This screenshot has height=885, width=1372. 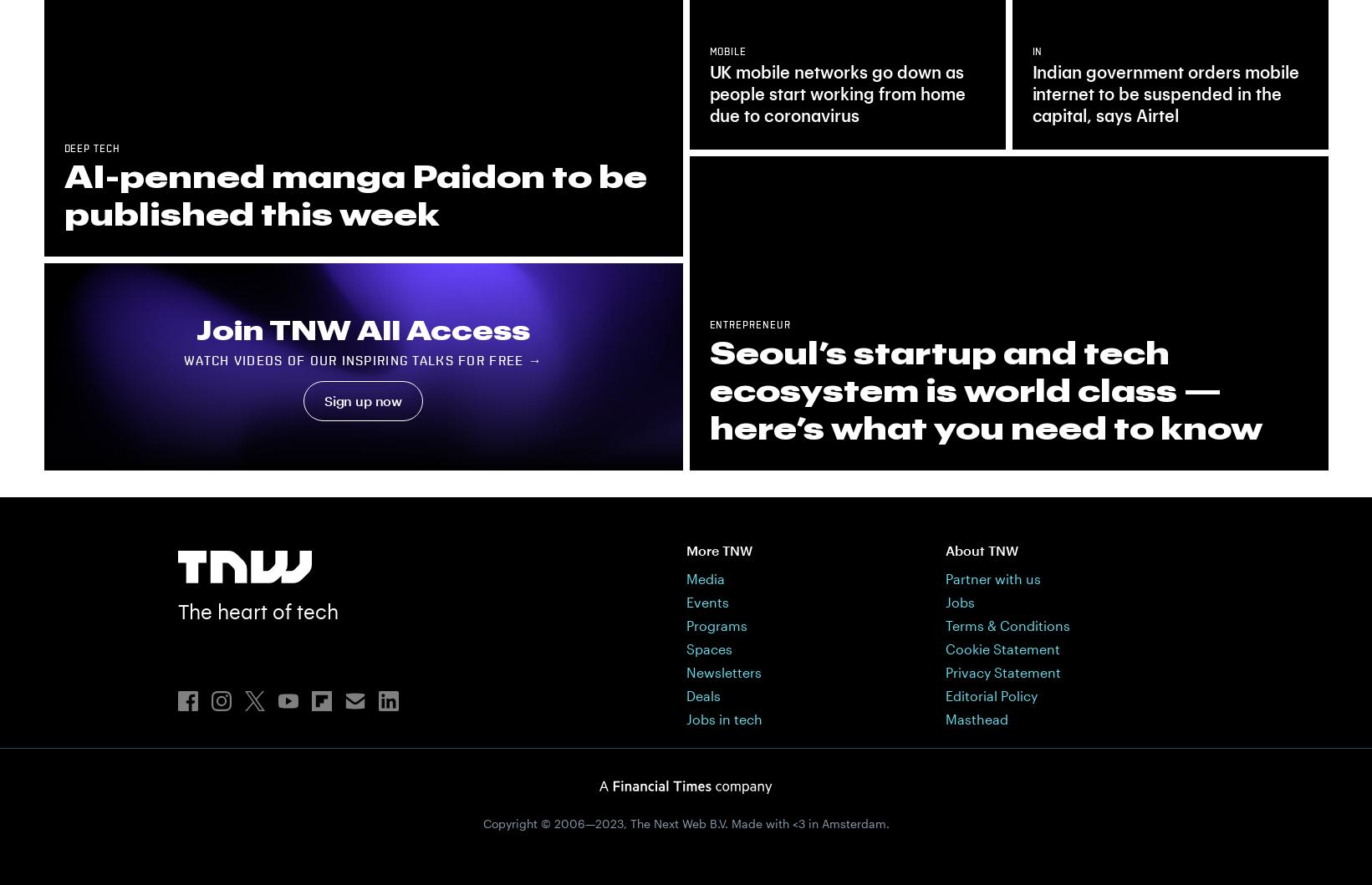 I want to click on 'Masthead', so click(x=975, y=718).